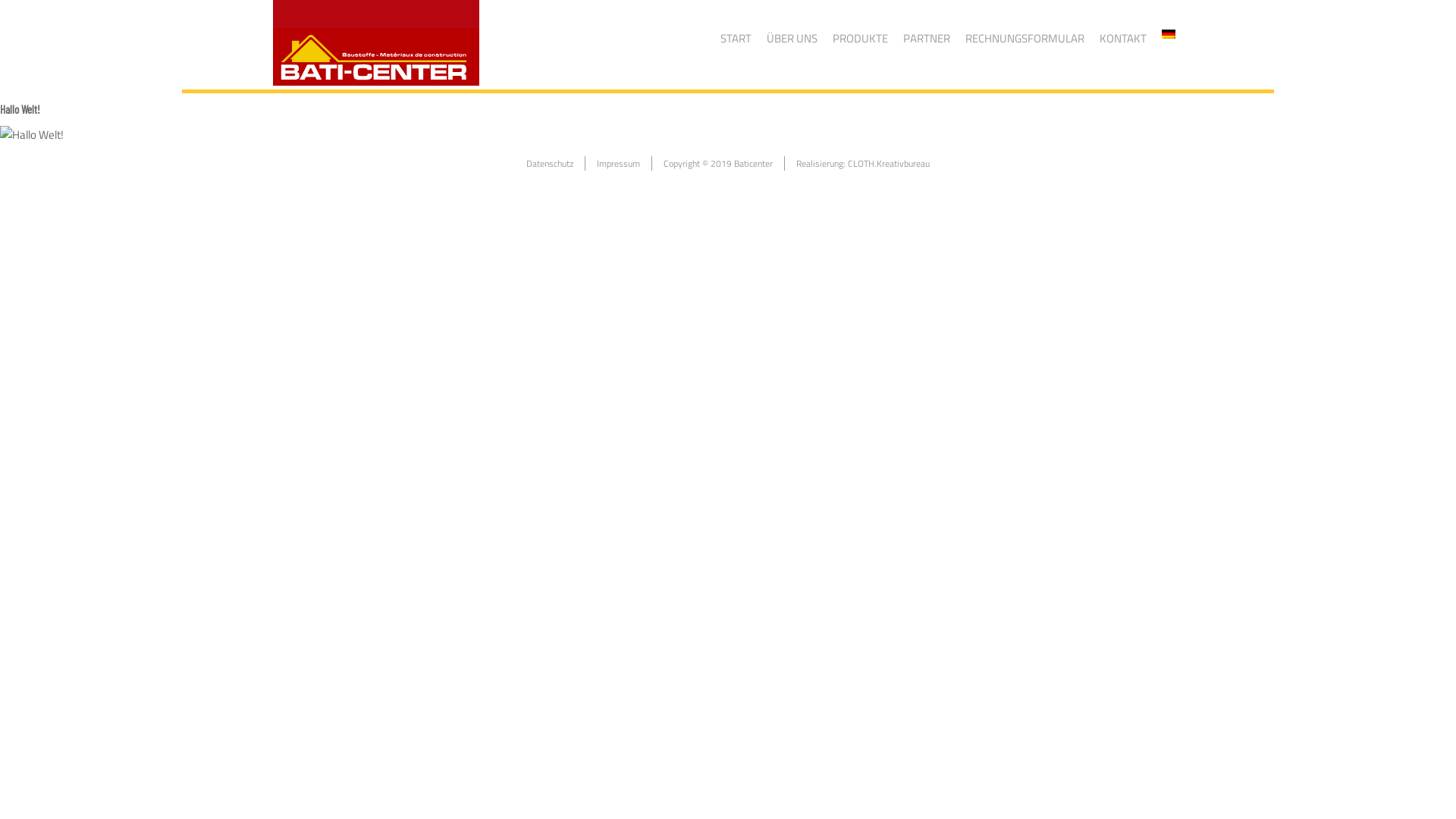  Describe the element at coordinates (1123, 36) in the screenshot. I see `'KONTAKT'` at that location.